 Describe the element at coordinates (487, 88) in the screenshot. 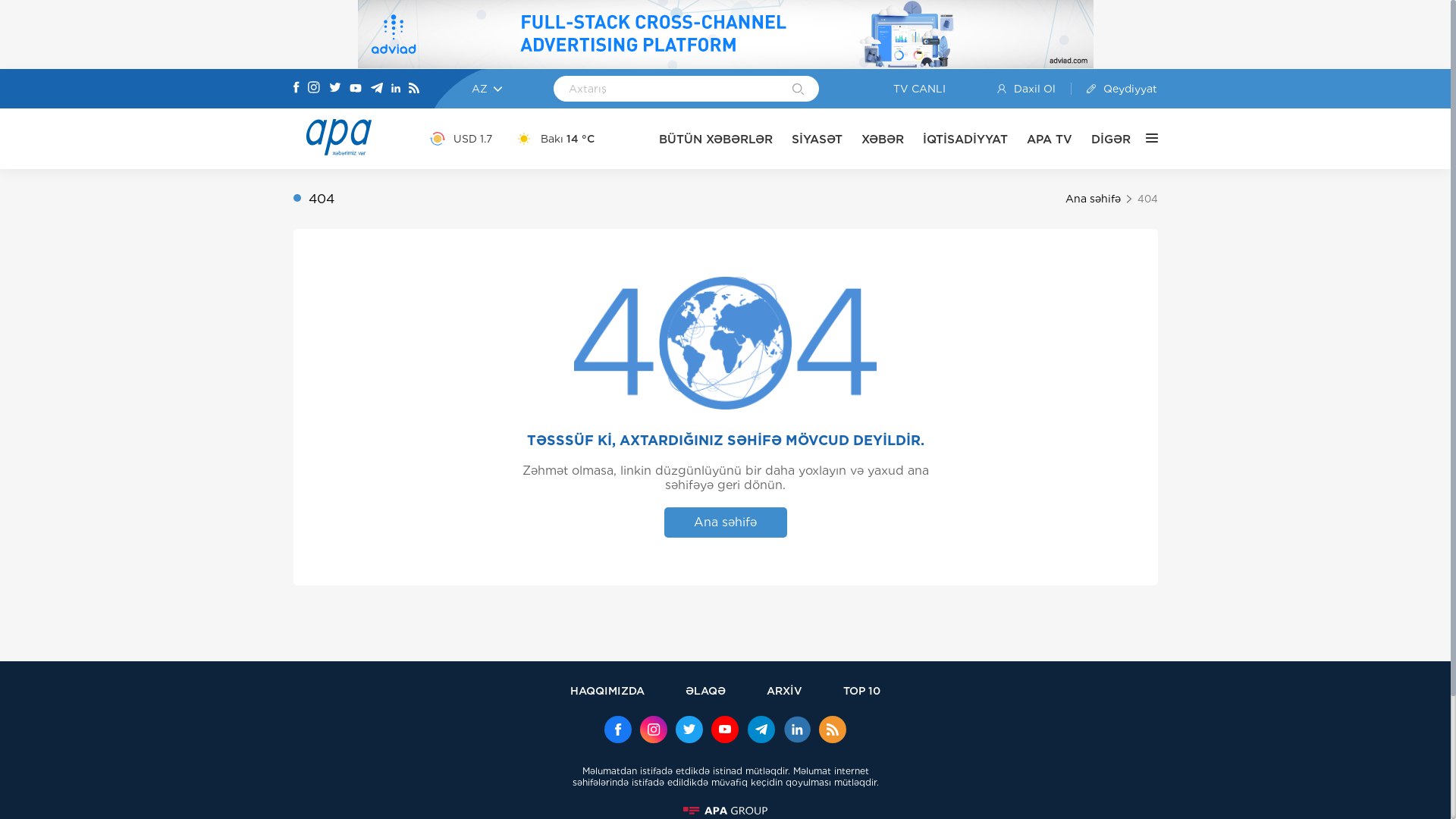

I see `'AZ'` at that location.